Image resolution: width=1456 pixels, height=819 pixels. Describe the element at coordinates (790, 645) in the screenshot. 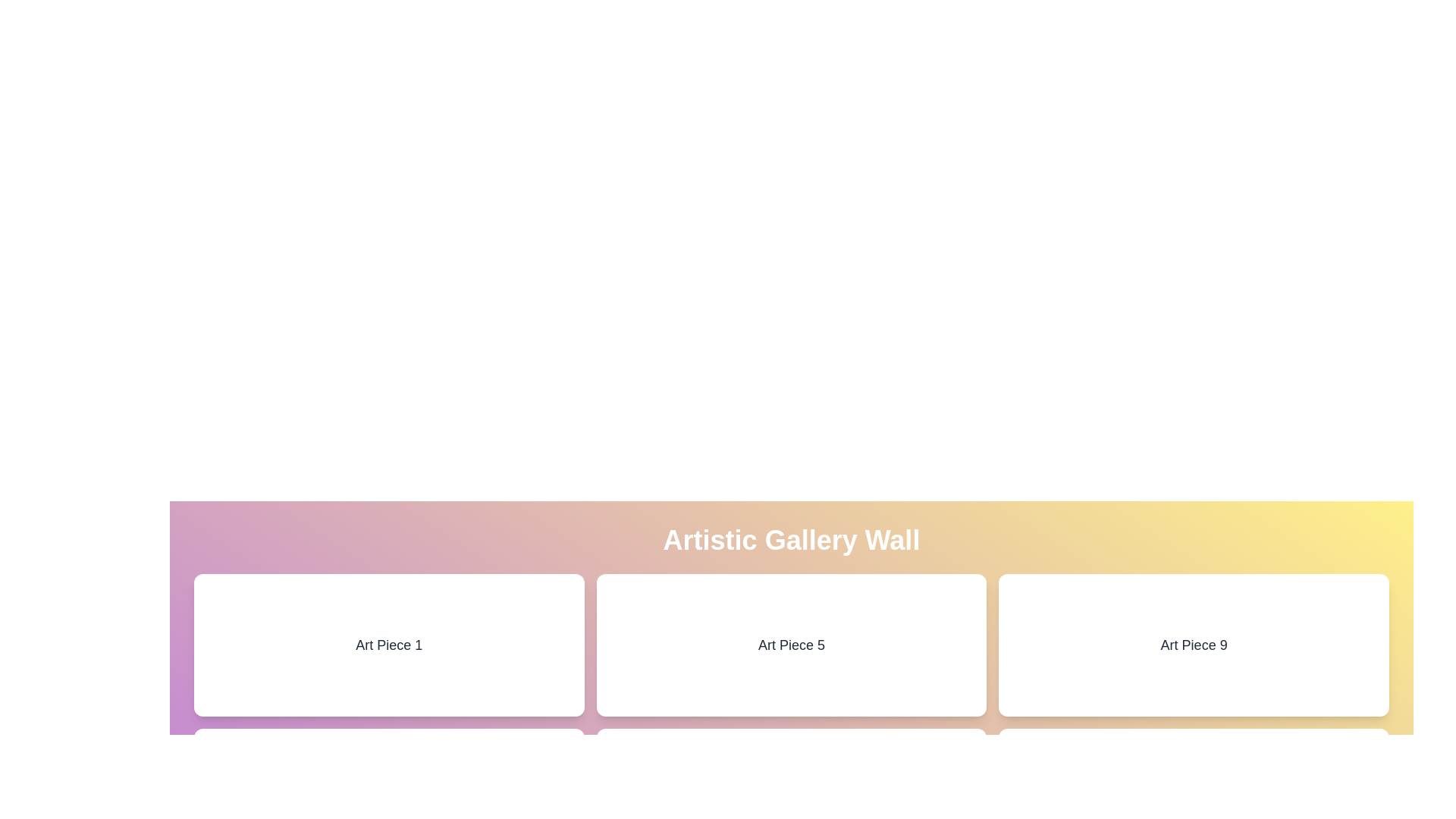

I see `the Card element showcasing 'Art Piece 5', which is centrally located as the second item in a horizontal layout among three modules` at that location.